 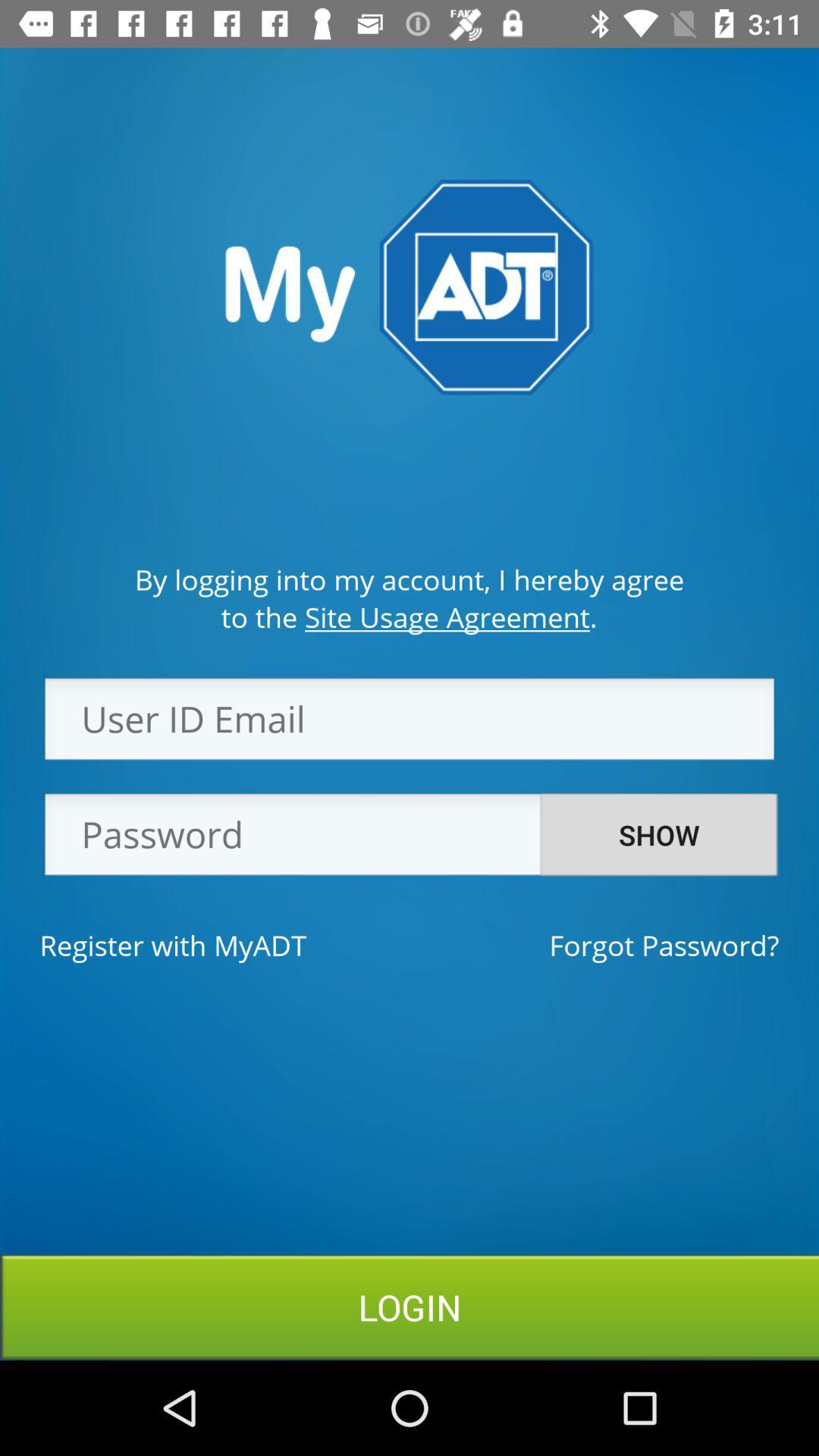 I want to click on item below the by logging into, so click(x=408, y=617).